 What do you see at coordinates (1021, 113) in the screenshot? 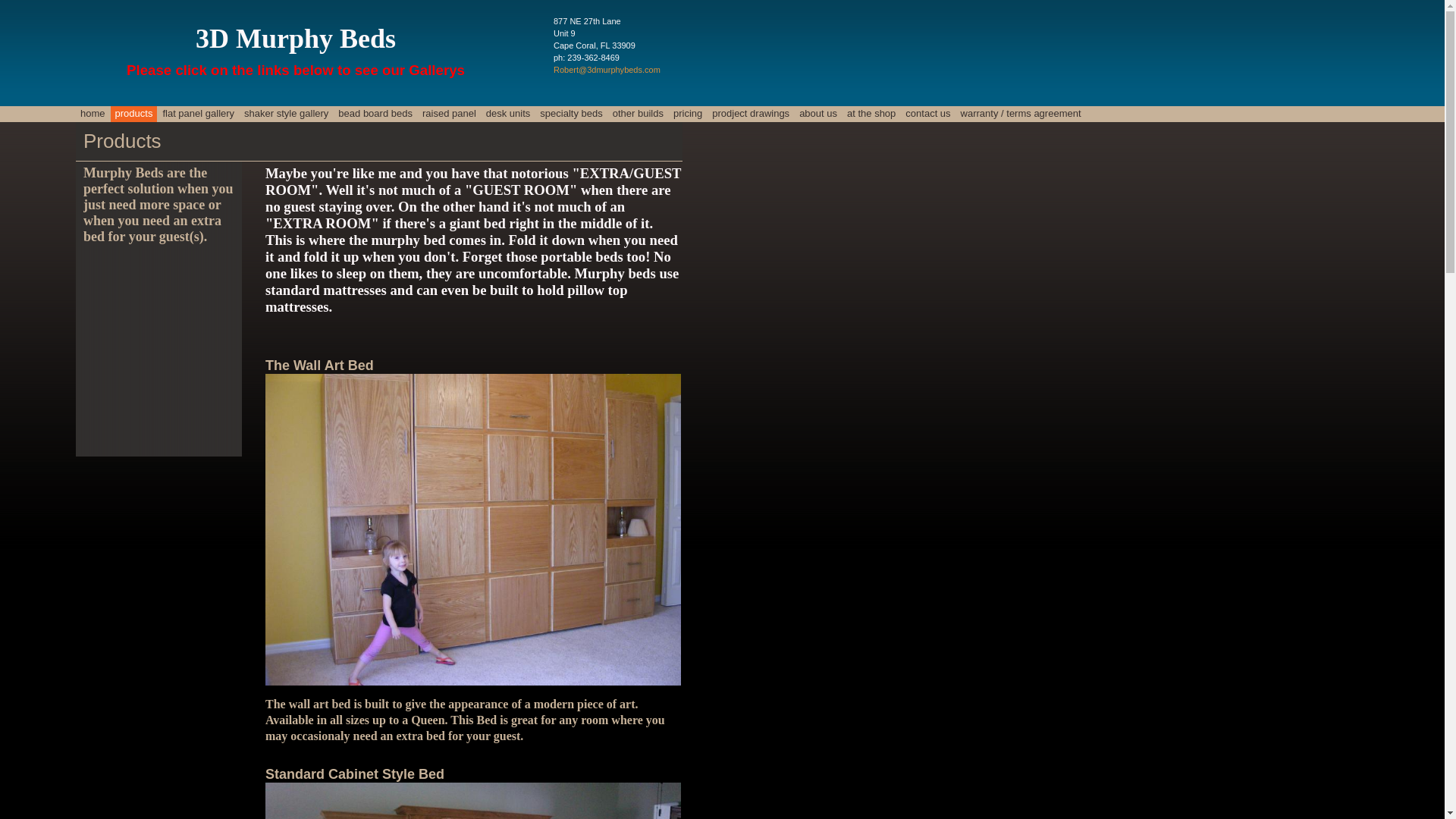
I see `'warranty / terms agreement'` at bounding box center [1021, 113].